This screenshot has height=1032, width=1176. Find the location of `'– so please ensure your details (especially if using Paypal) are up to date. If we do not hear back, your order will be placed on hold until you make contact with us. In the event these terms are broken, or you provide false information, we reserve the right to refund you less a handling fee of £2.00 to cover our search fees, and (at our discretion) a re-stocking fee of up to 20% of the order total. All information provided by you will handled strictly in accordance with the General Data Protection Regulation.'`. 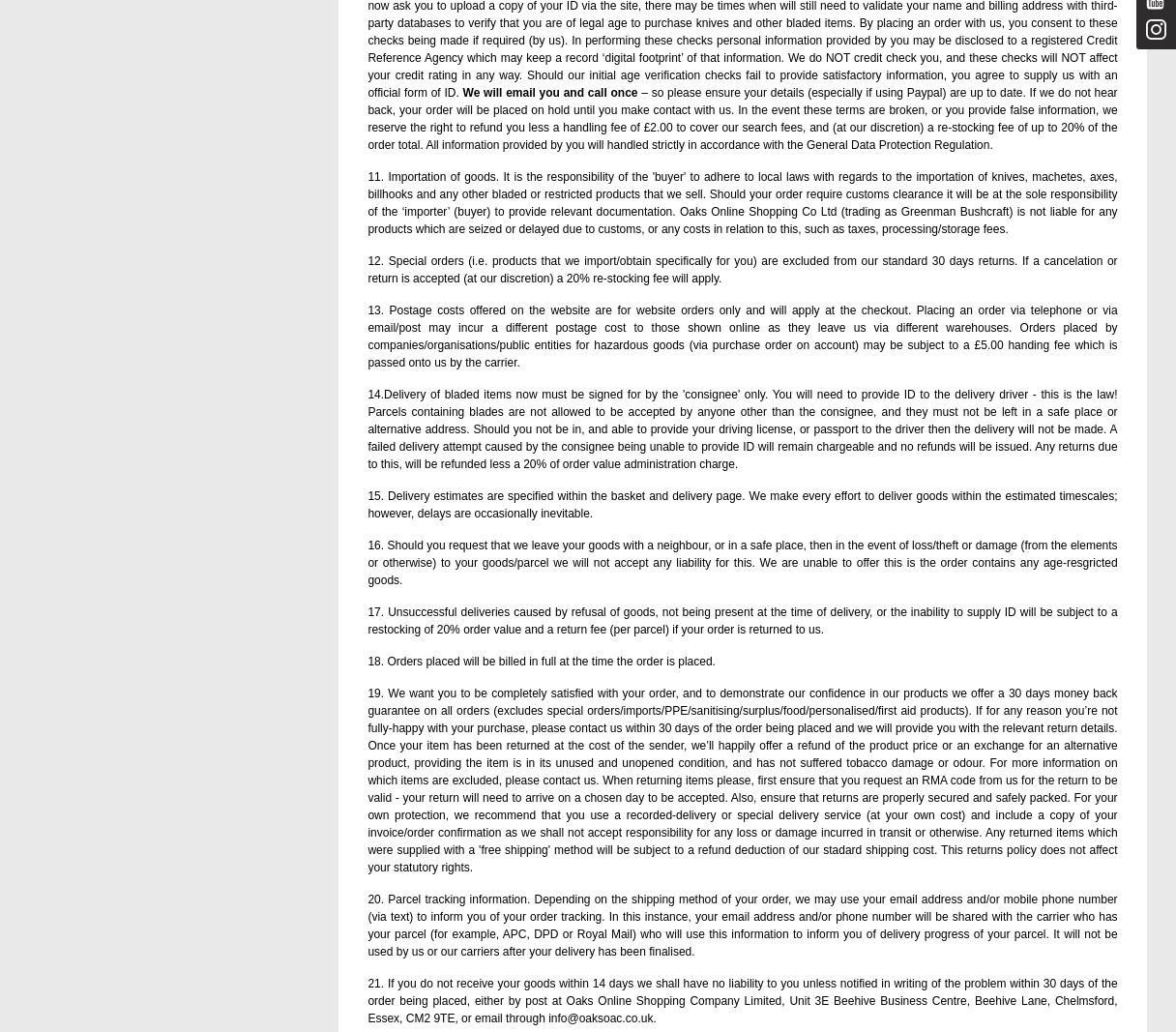

'– so please ensure your details (especially if using Paypal) are up to date. If we do not hear back, your order will be placed on hold until you make contact with us. In the event these terms are broken, or you provide false information, we reserve the right to refund you less a handling fee of £2.00 to cover our search fees, and (at our discretion) a re-stocking fee of up to 20% of the order total. All information provided by you will handled strictly in accordance with the General Data Protection Regulation.' is located at coordinates (742, 118).